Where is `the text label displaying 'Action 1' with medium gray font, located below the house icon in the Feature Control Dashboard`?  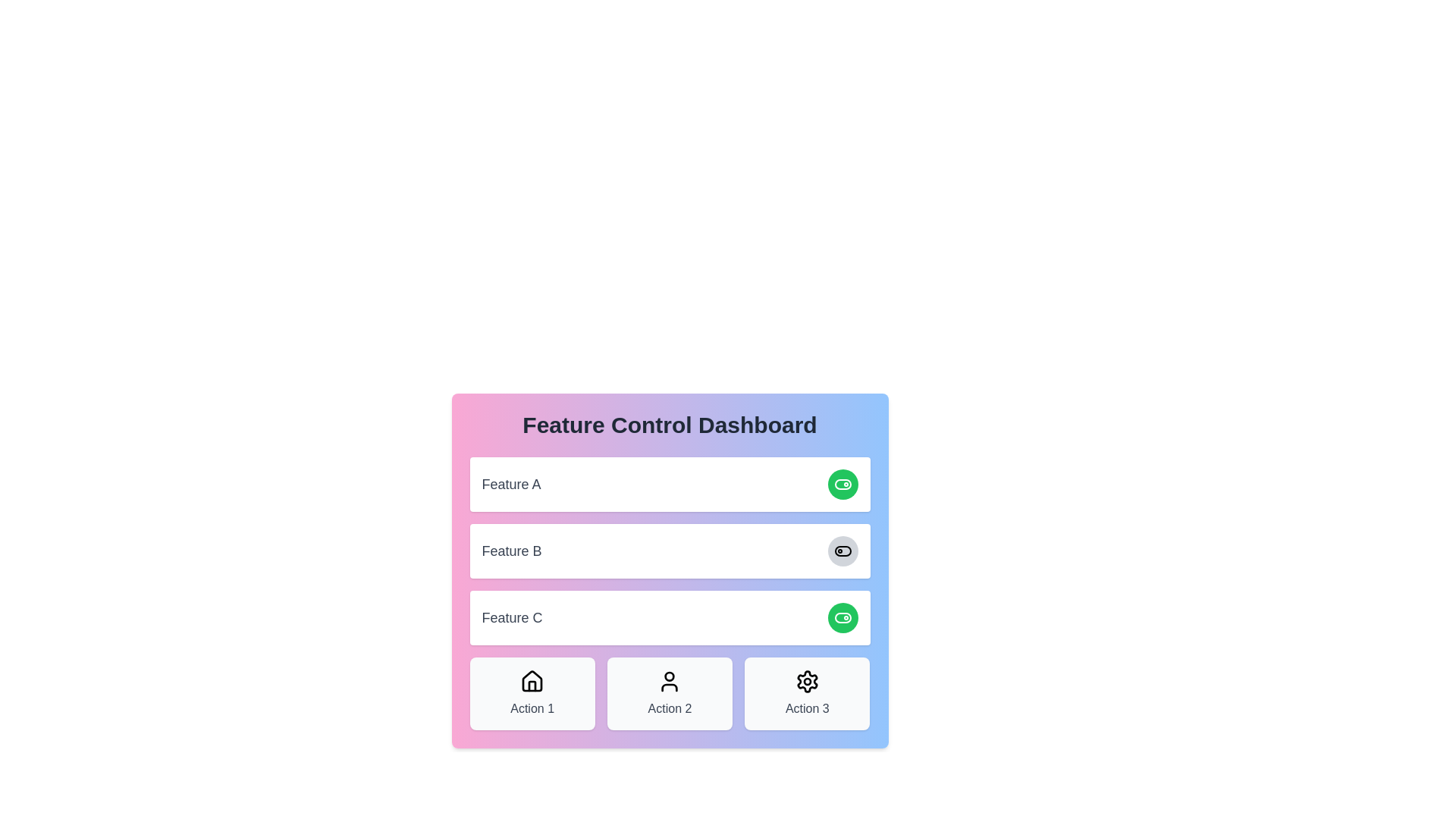 the text label displaying 'Action 1' with medium gray font, located below the house icon in the Feature Control Dashboard is located at coordinates (532, 708).